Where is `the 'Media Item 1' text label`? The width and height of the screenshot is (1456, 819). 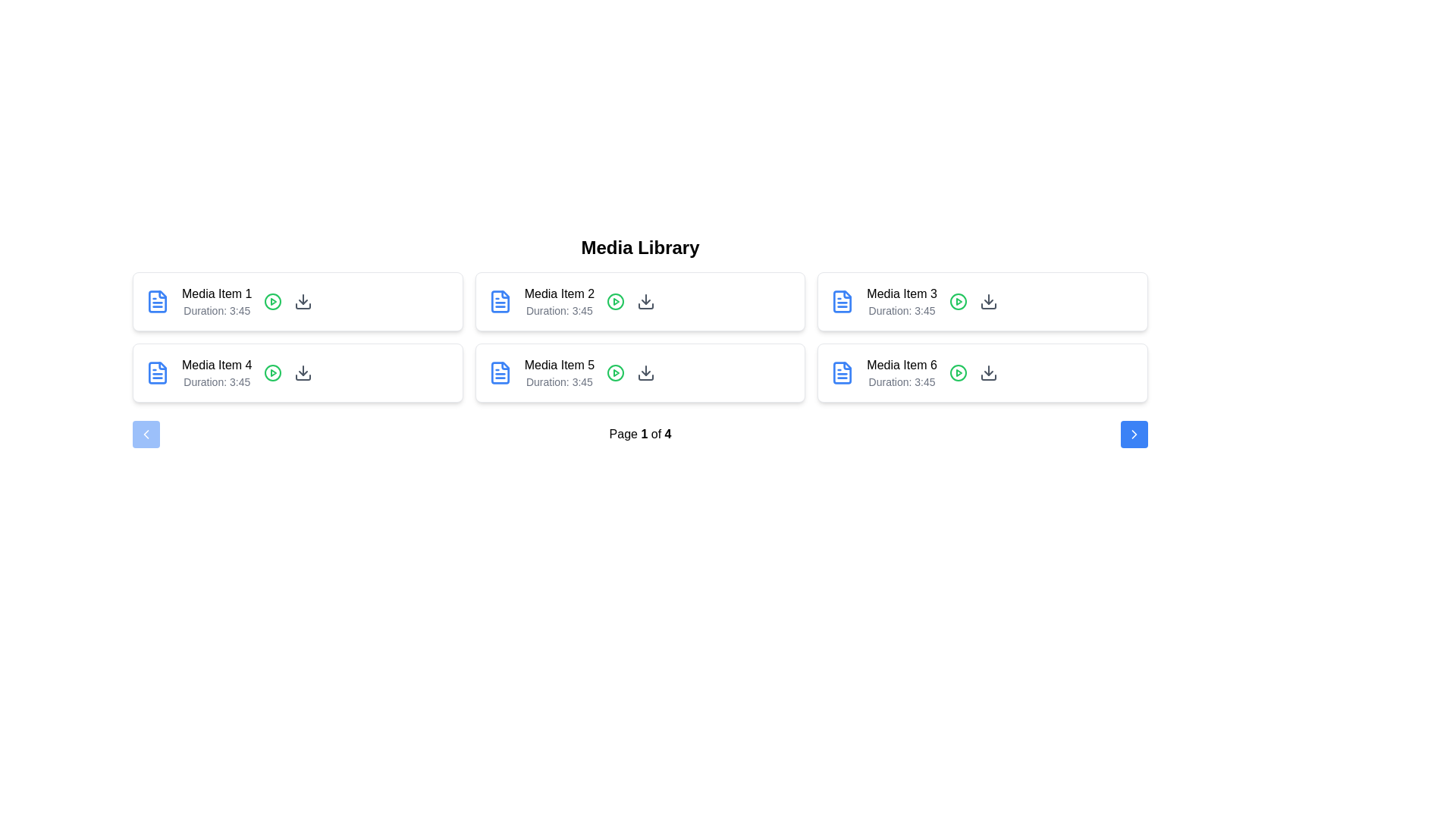 the 'Media Item 1' text label is located at coordinates (216, 294).